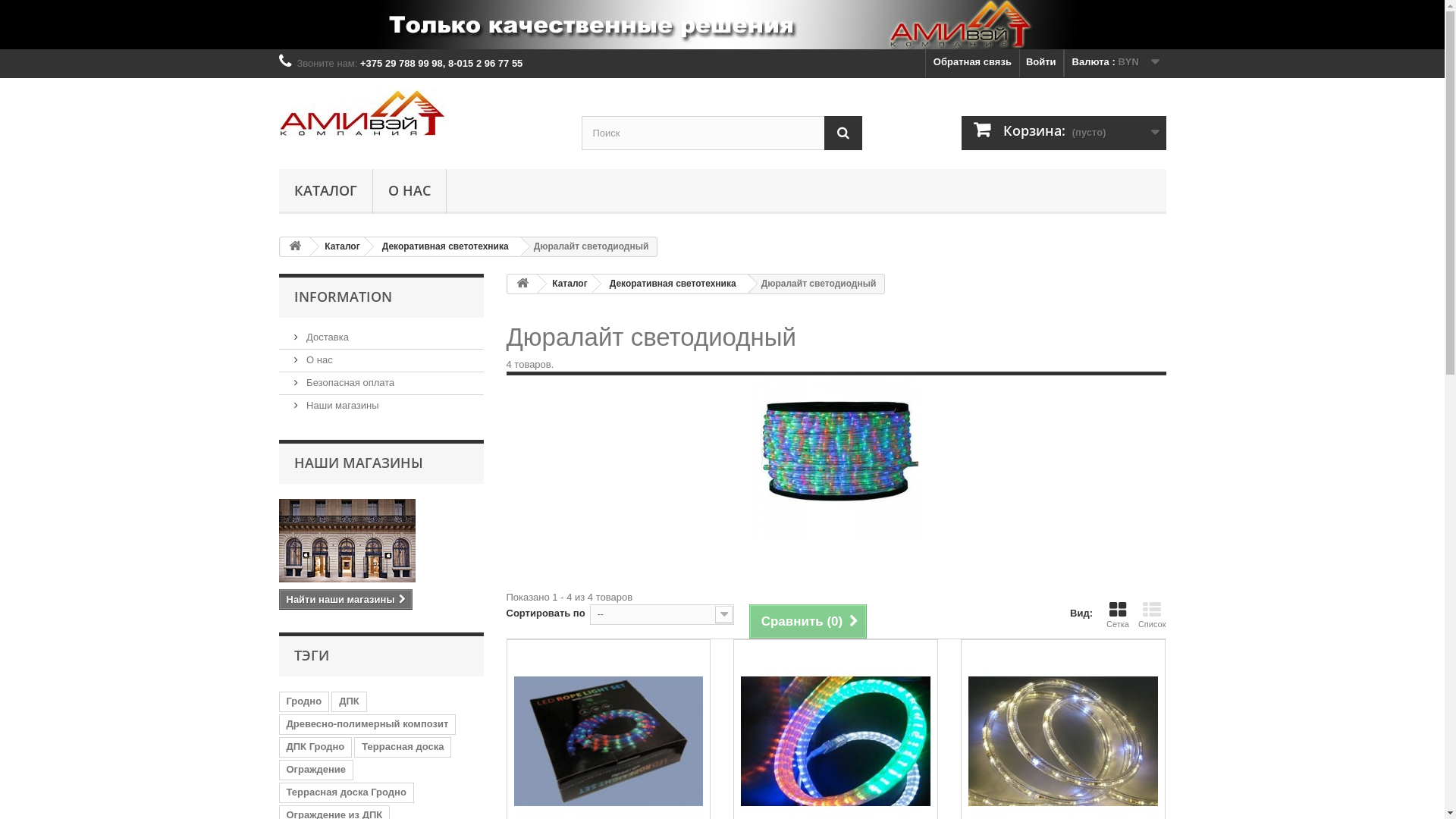  I want to click on 'INFORMATION', so click(342, 296).